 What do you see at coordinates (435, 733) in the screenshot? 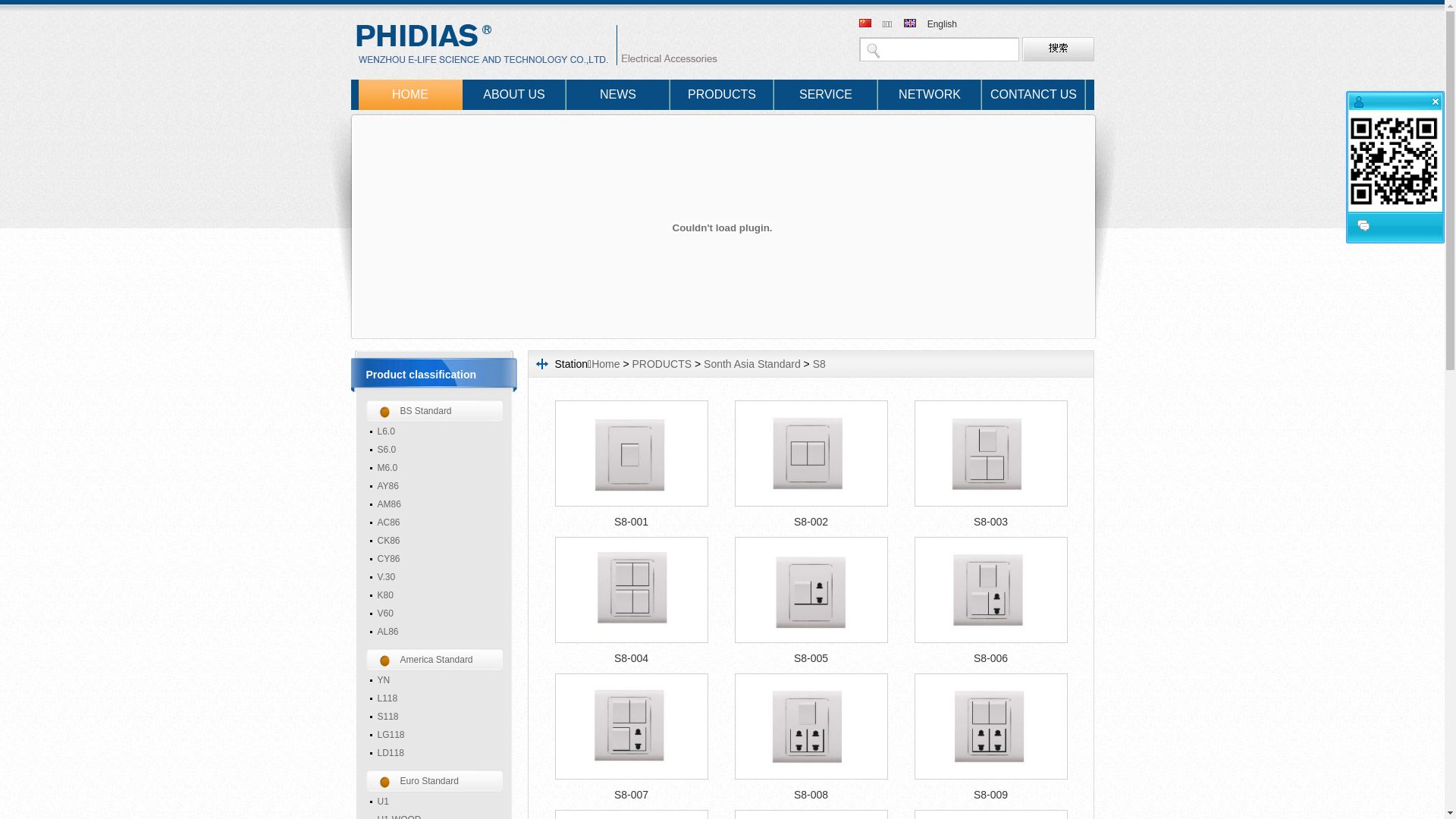
I see `'LG118'` at bounding box center [435, 733].